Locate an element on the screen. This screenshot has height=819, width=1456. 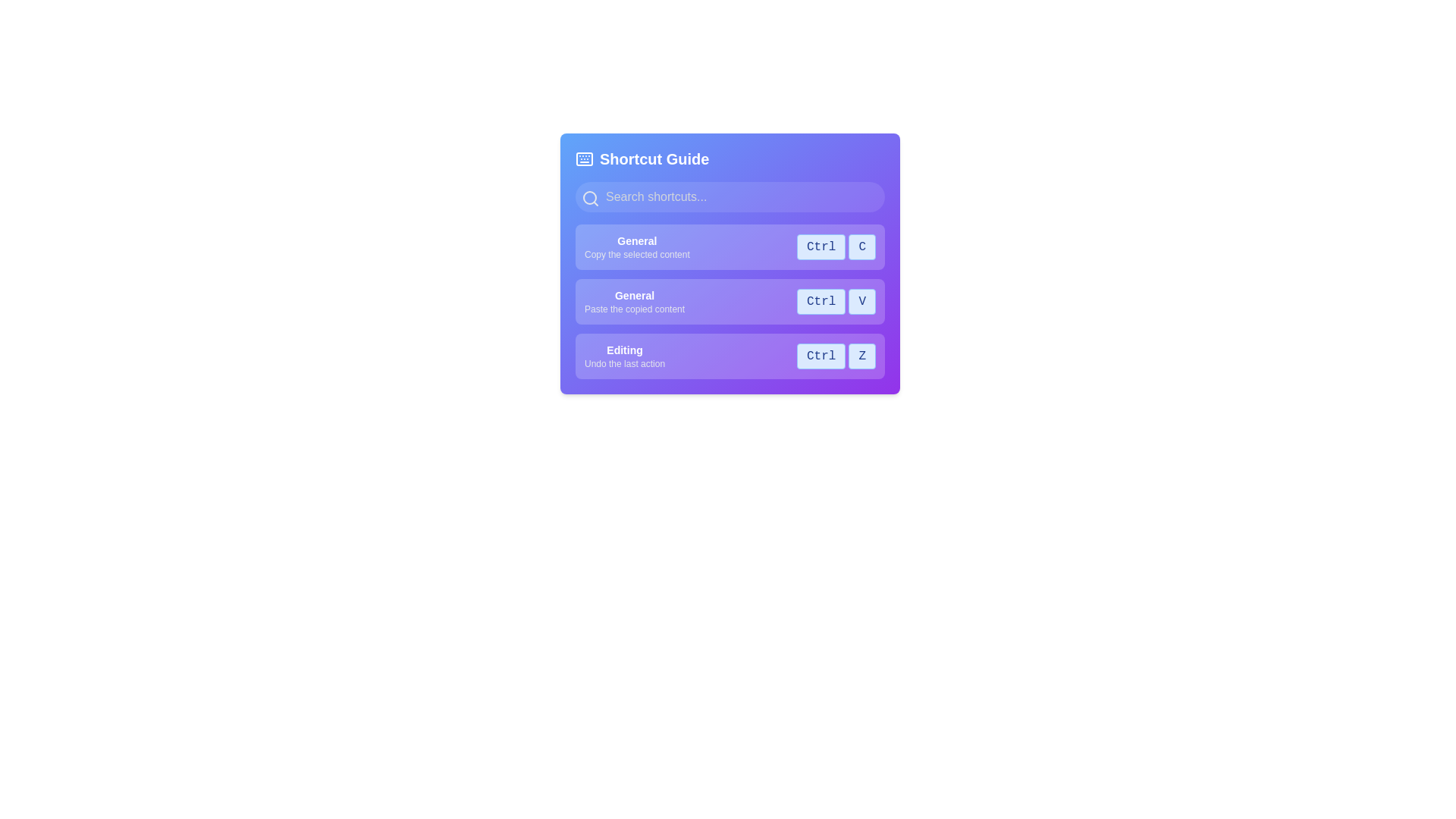
the visual label indicating the 'Ctrl' key in the shortcut guide interface, located in the first row and adjacent to the 'C' label is located at coordinates (821, 246).